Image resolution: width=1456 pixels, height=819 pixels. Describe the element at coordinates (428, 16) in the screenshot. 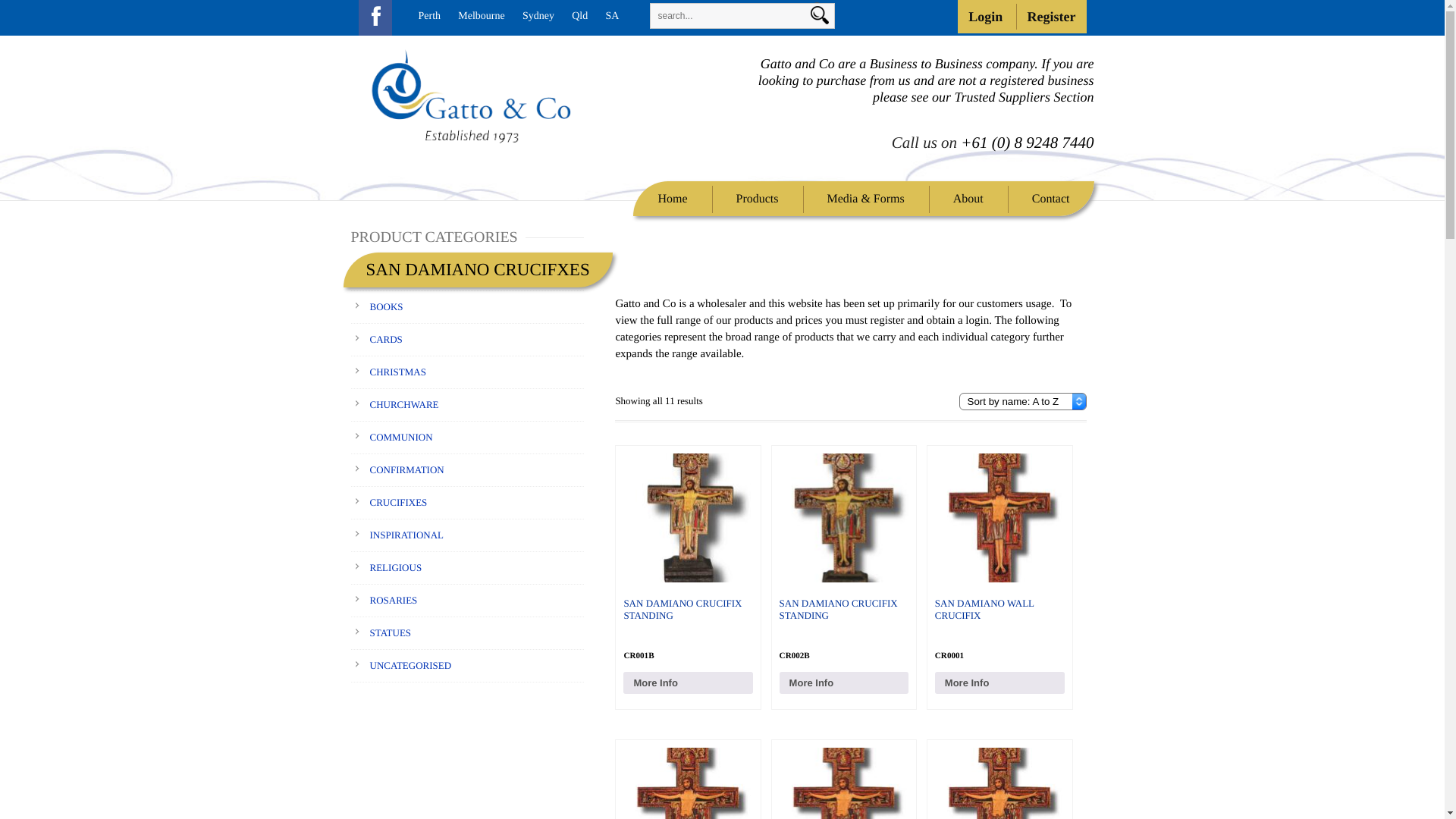

I see `'Perth'` at that location.